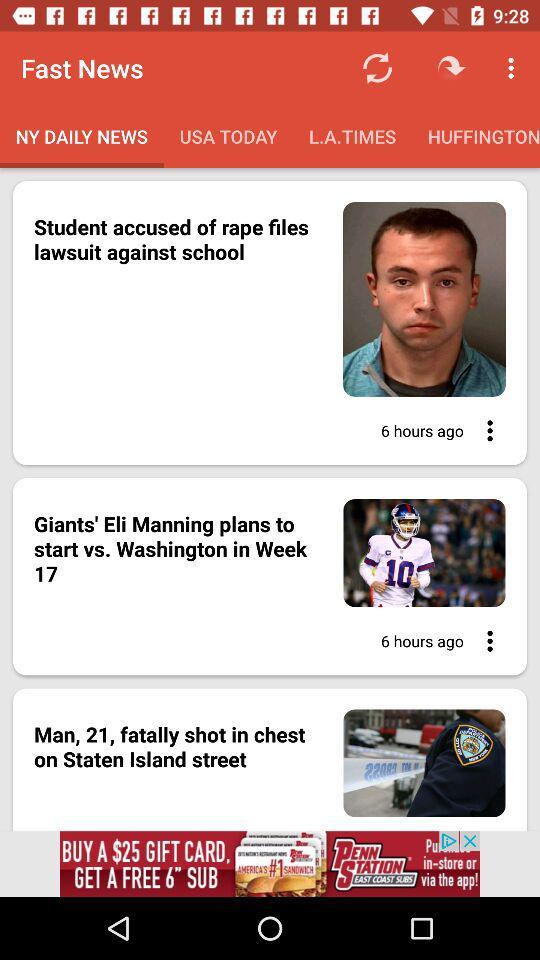 This screenshot has width=540, height=960. I want to click on open options in article, so click(483, 640).